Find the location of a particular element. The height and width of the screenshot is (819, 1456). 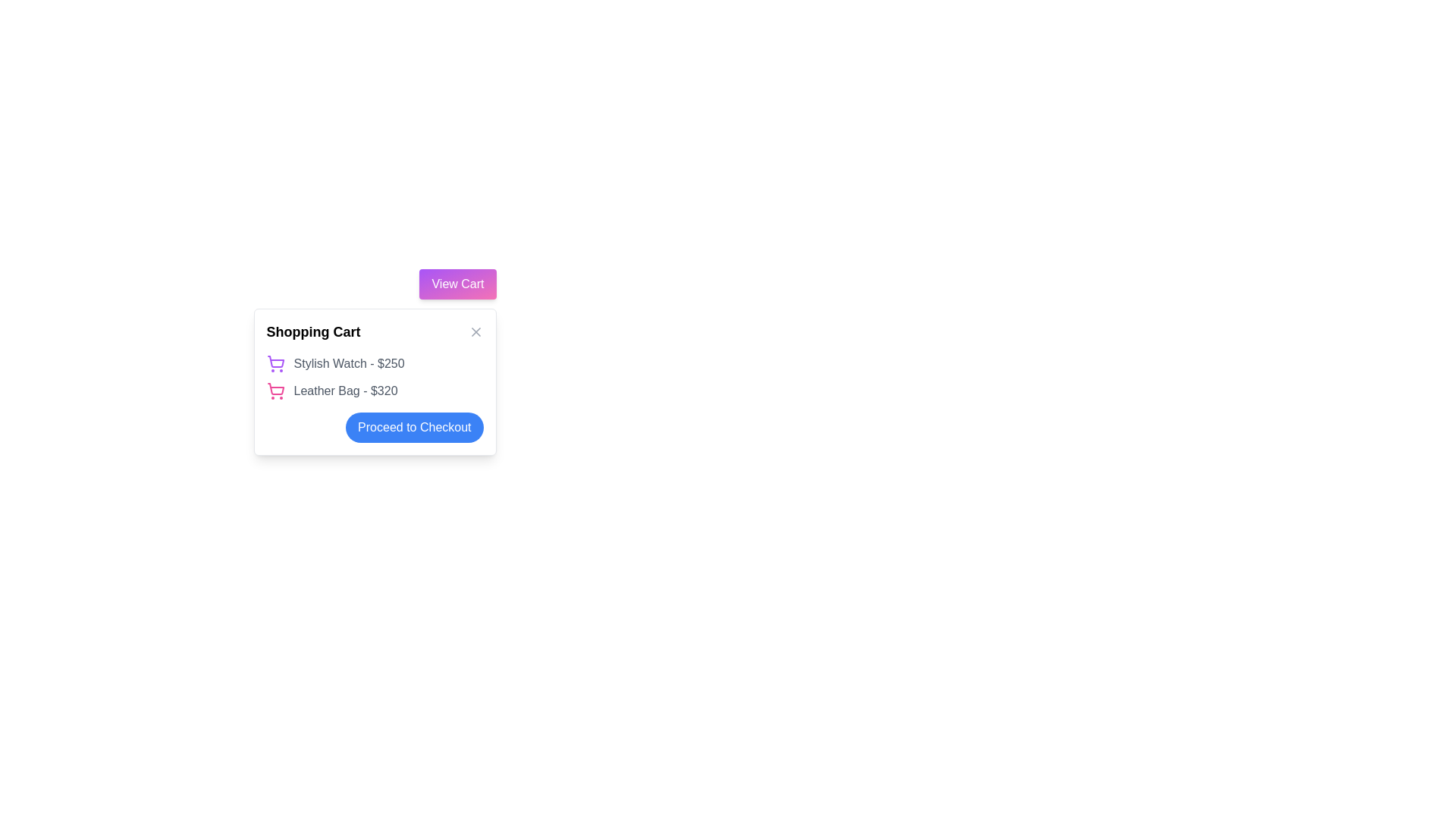

the button located in the top right corner of the shopping cart popup interface to visit the shopping cart is located at coordinates (457, 284).